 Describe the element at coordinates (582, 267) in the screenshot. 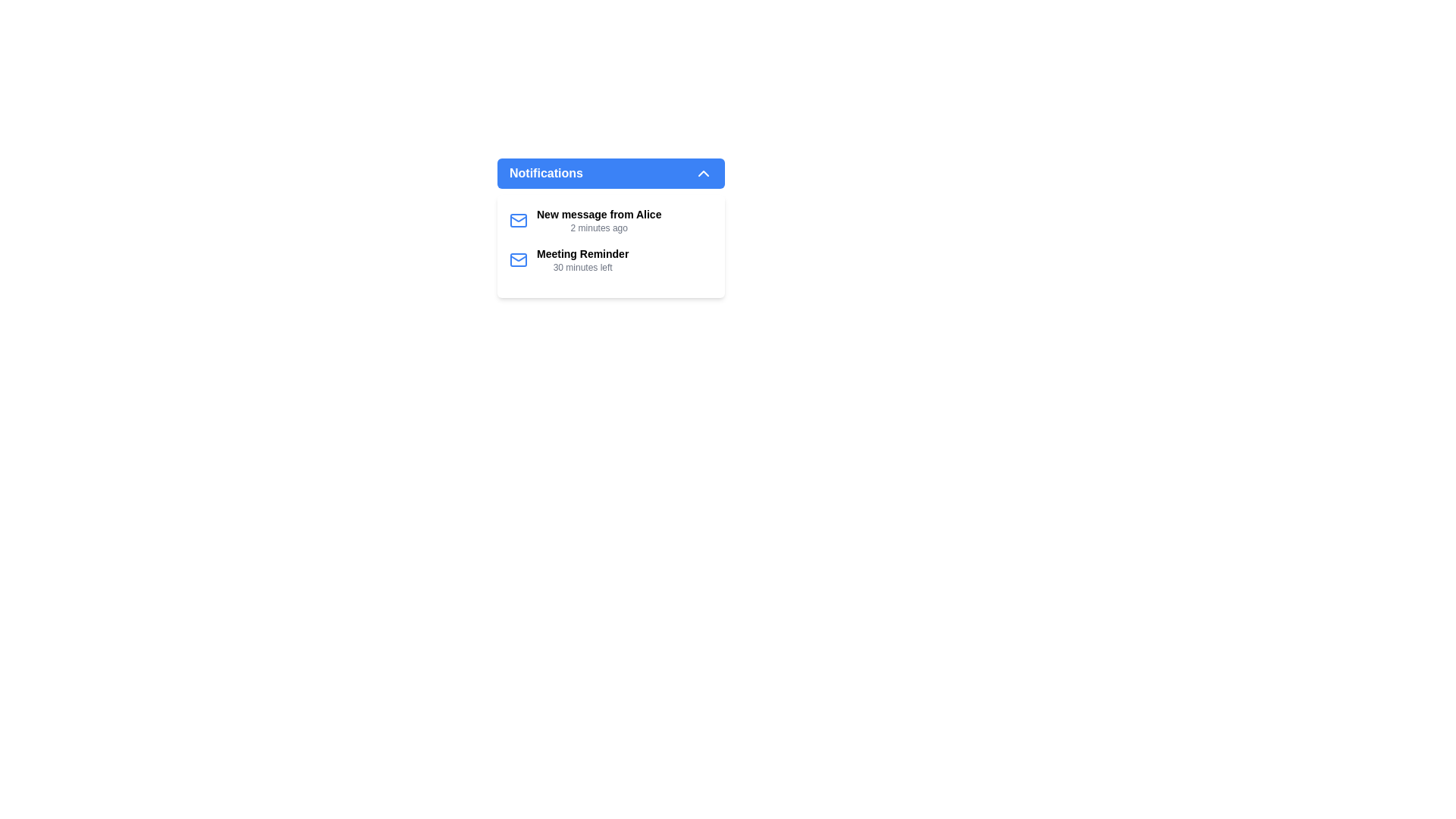

I see `the text label displaying '30 minutes left', which is located below the 'Meeting Reminder' title within the Notifications panel` at that location.